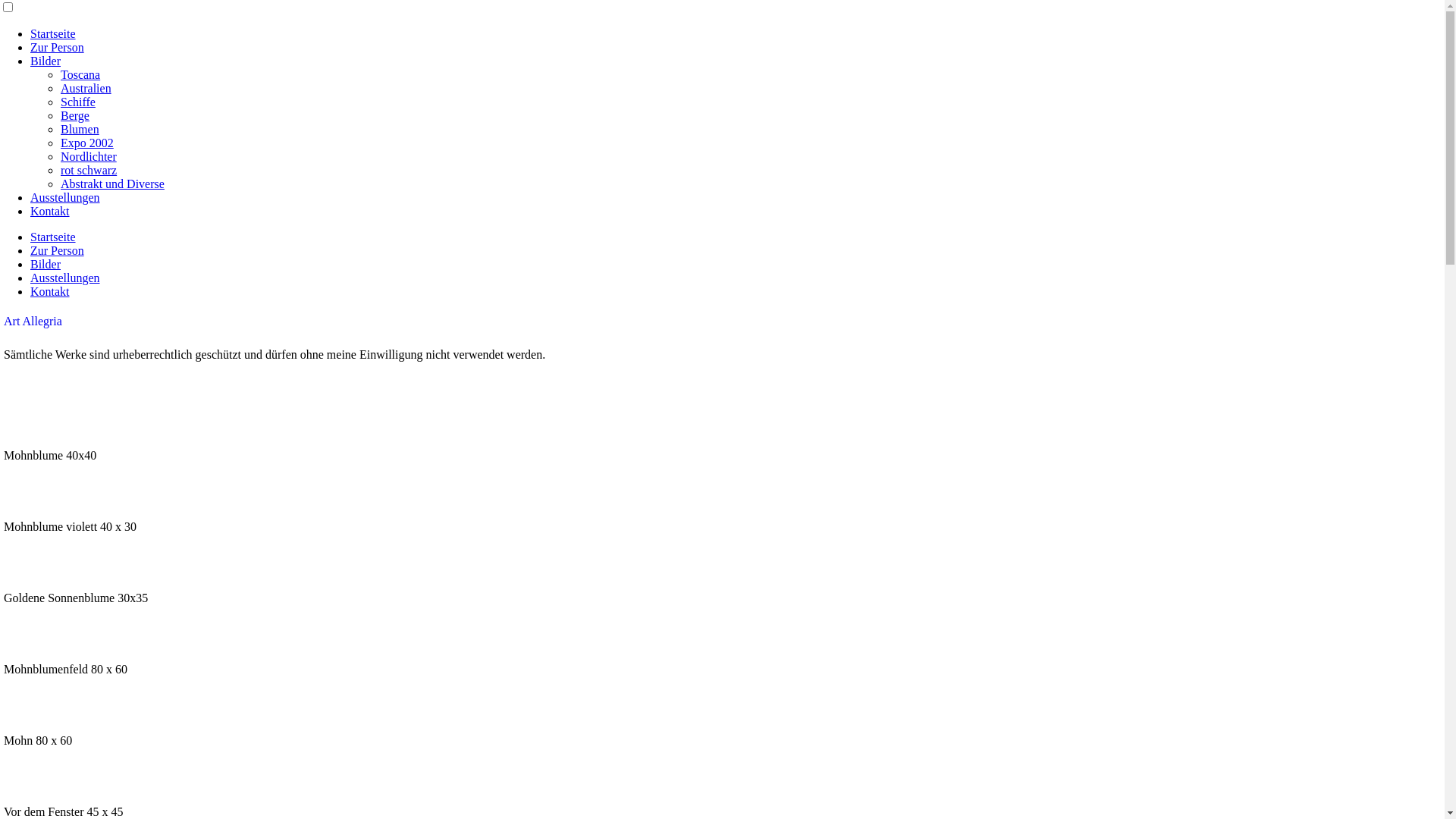 This screenshot has width=1456, height=819. I want to click on 'Bilder', so click(45, 263).